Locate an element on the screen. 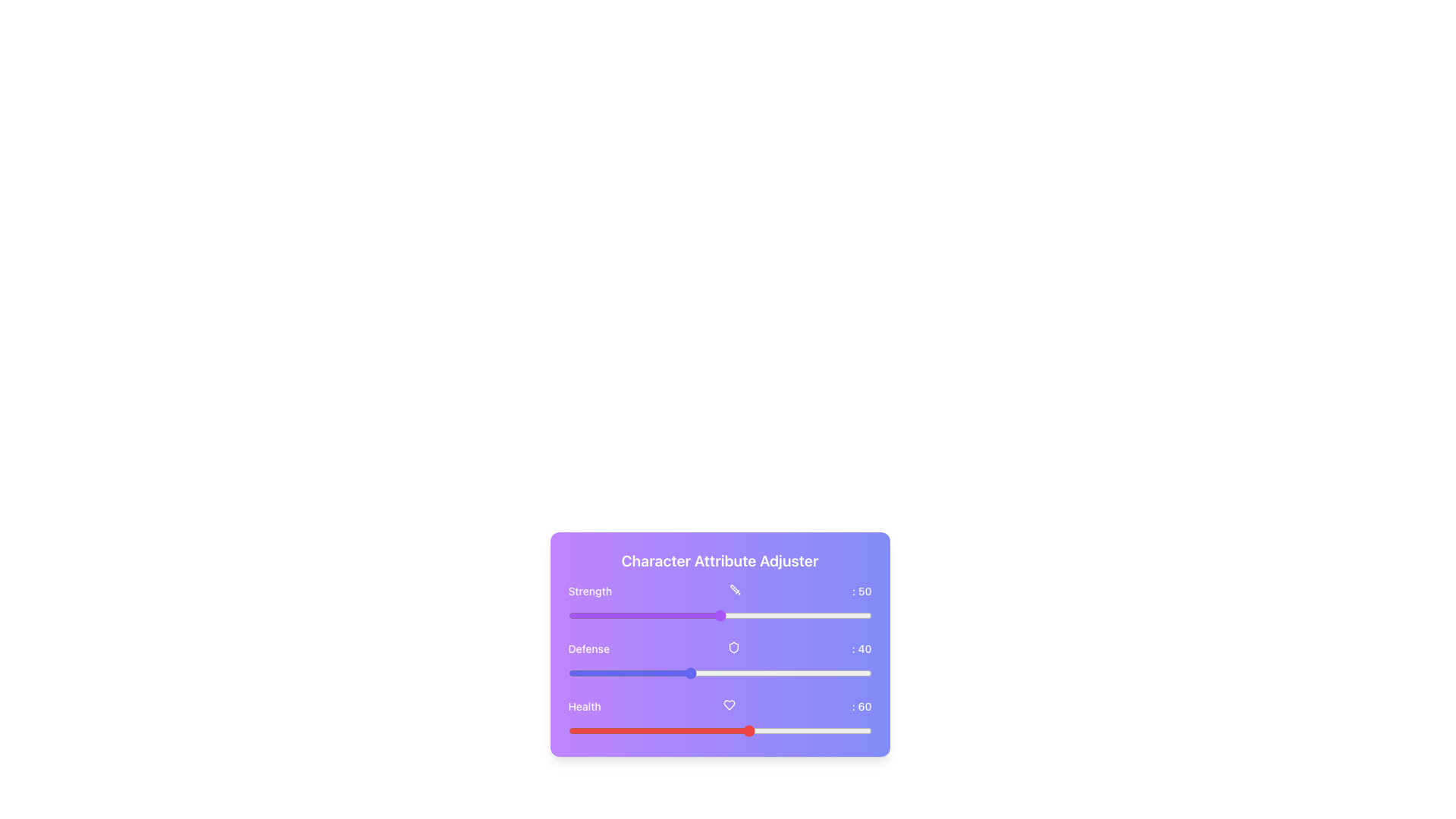 The height and width of the screenshot is (819, 1456). the Range slider element is located at coordinates (719, 672).